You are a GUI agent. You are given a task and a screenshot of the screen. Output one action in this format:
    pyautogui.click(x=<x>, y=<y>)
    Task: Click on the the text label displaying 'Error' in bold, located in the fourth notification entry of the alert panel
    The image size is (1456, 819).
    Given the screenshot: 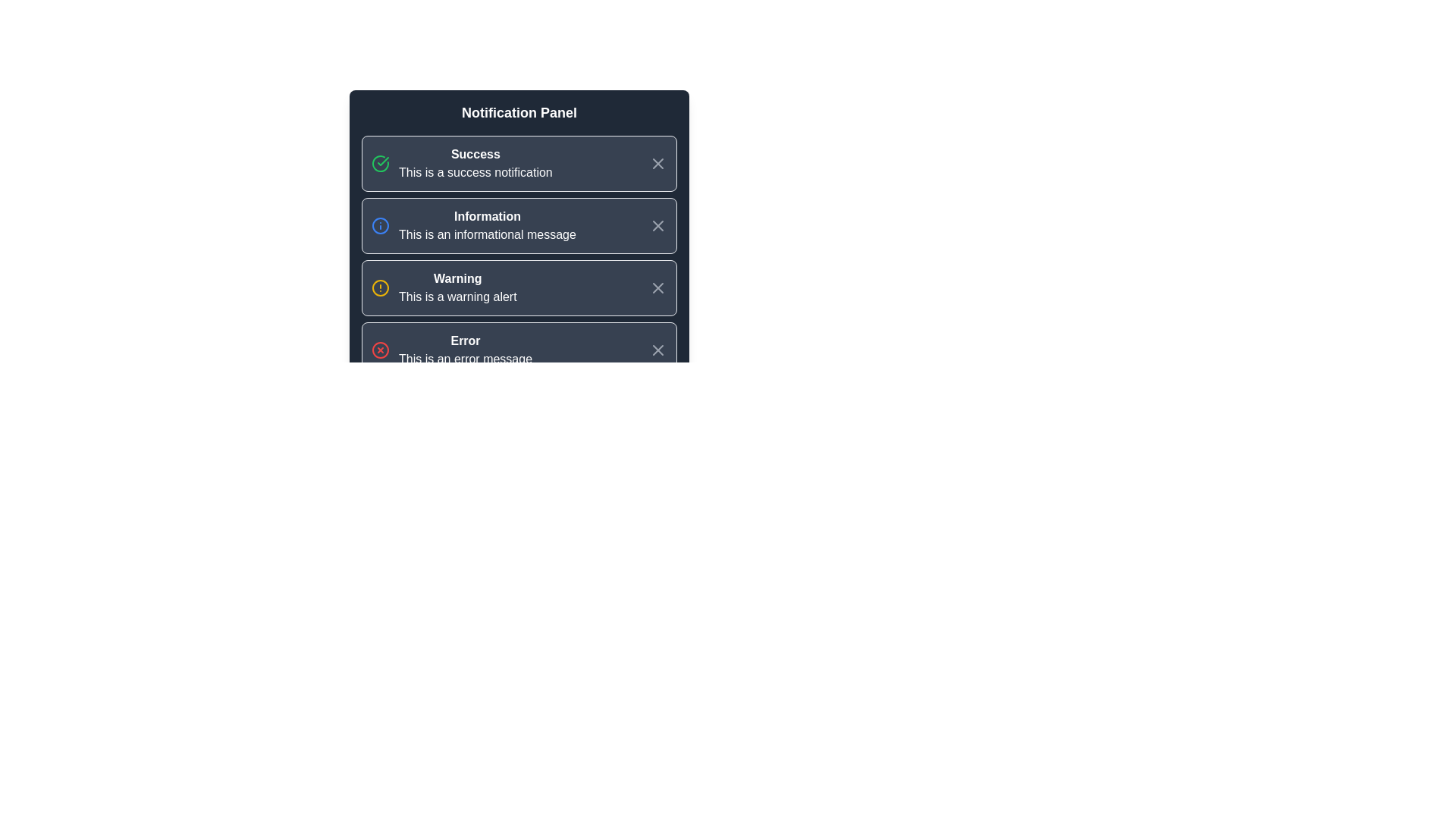 What is the action you would take?
    pyautogui.click(x=465, y=341)
    